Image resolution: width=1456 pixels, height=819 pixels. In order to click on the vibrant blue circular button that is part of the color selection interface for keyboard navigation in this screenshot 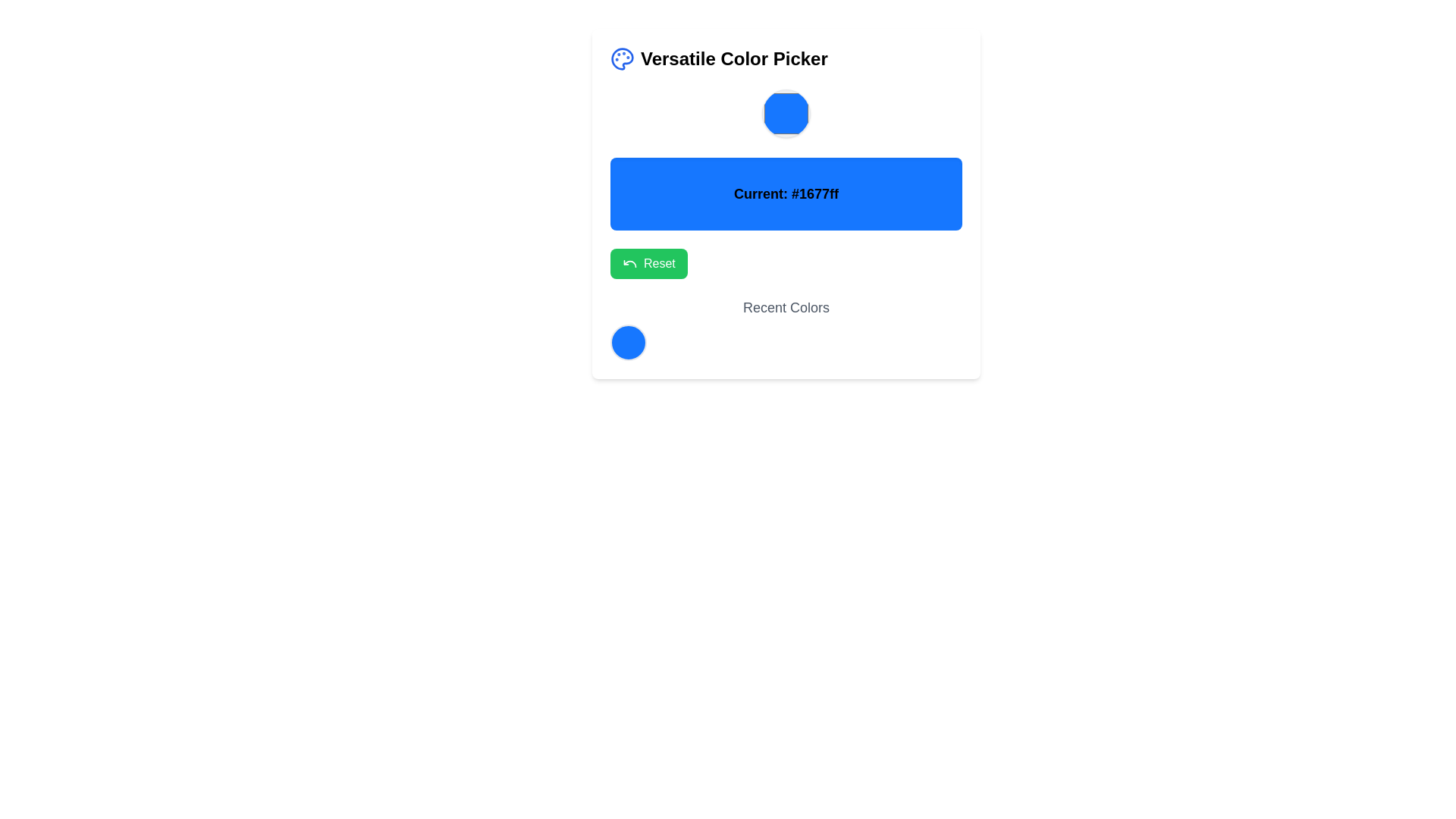, I will do `click(629, 342)`.